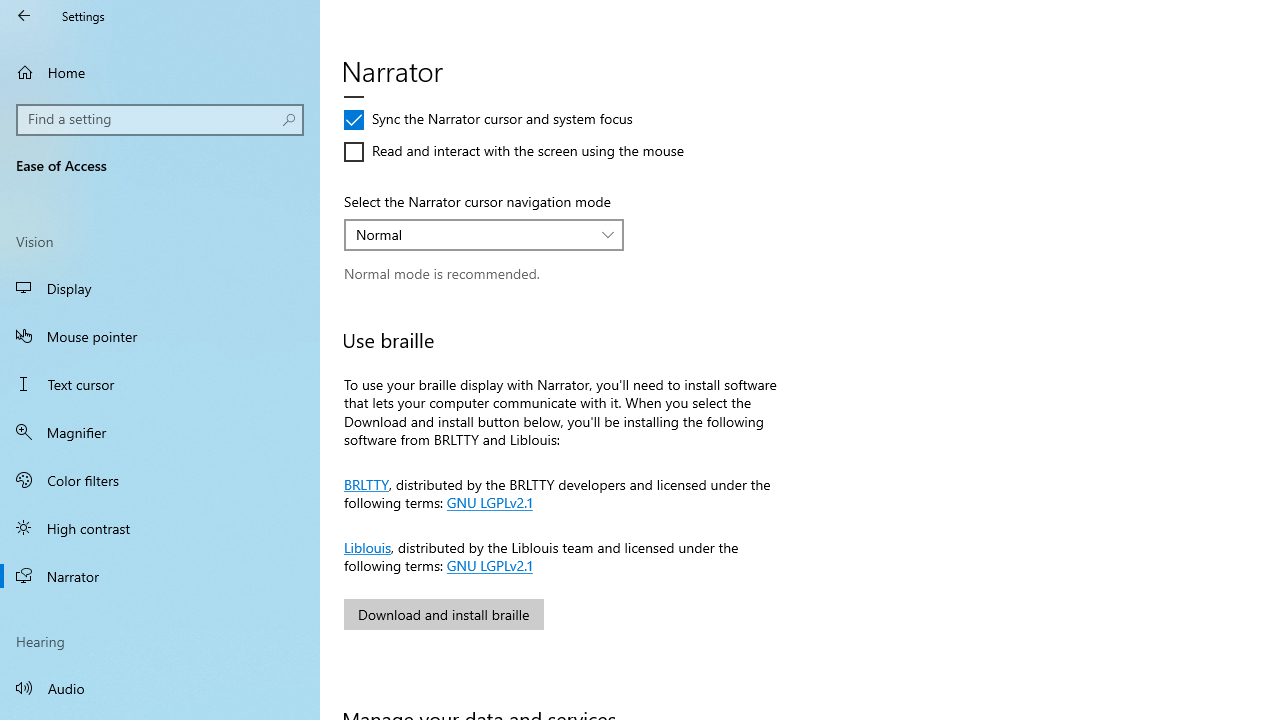 The width and height of the screenshot is (1280, 720). Describe the element at coordinates (472, 233) in the screenshot. I see `'Normal'` at that location.